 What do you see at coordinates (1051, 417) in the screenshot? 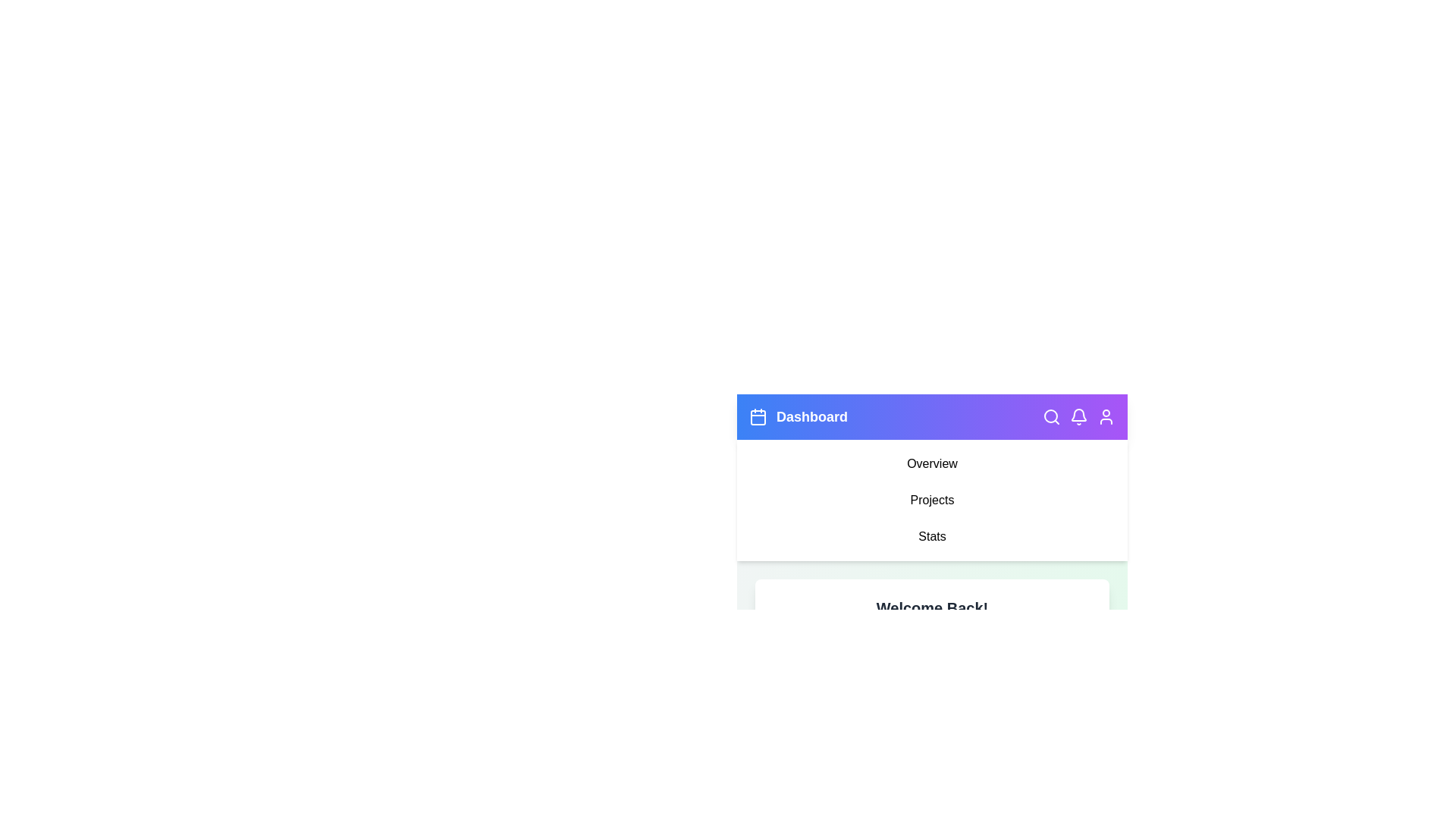
I see `the search button to activate the search functionality` at bounding box center [1051, 417].